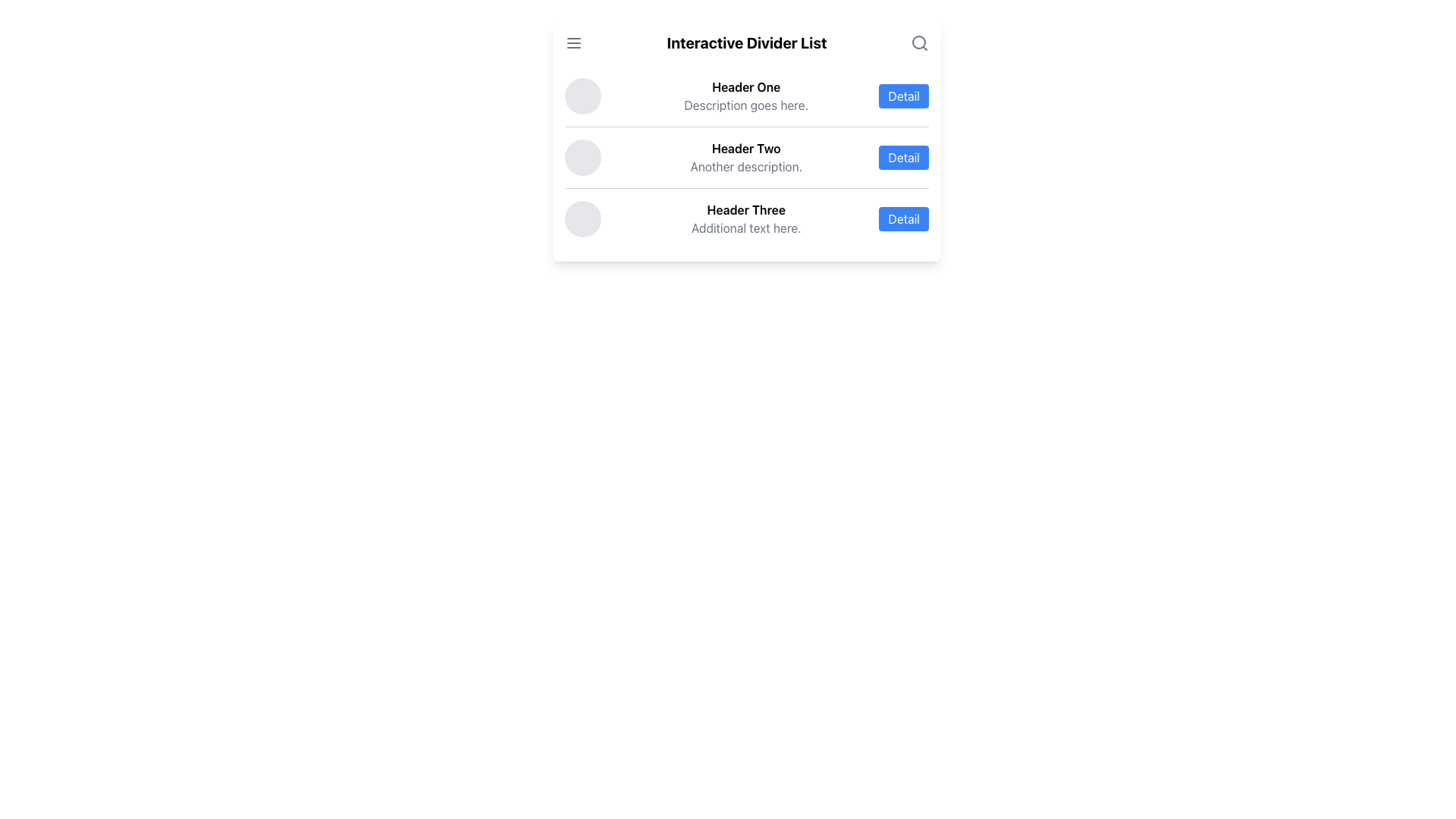 Image resolution: width=1456 pixels, height=819 pixels. Describe the element at coordinates (746, 87) in the screenshot. I see `the Text Label which serves as the title or header for the associated list item, located above the text 'Description goes here.'` at that location.